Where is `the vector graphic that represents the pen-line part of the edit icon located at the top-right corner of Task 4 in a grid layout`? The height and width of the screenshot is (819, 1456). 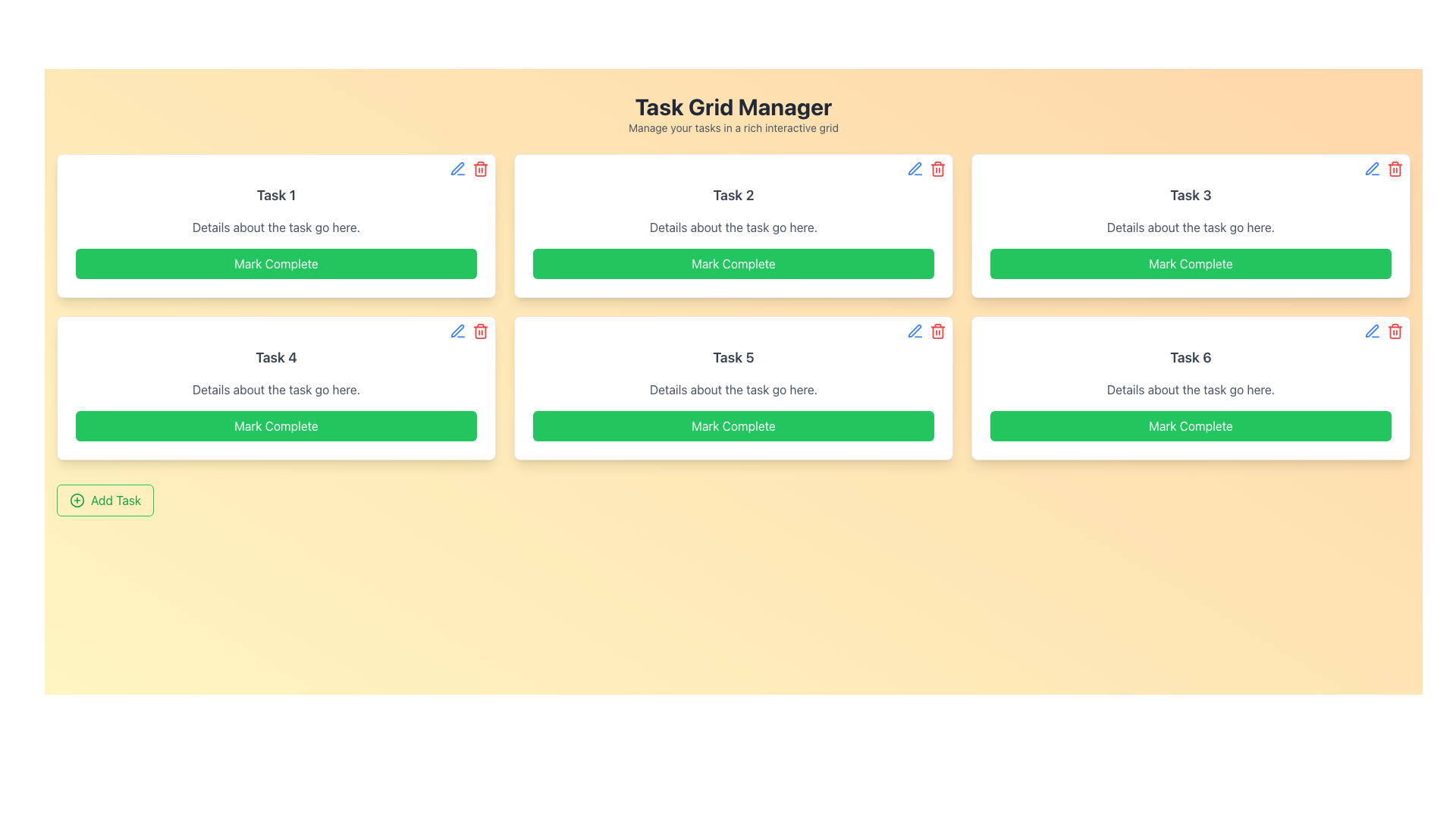
the vector graphic that represents the pen-line part of the edit icon located at the top-right corner of Task 4 in a grid layout is located at coordinates (457, 330).